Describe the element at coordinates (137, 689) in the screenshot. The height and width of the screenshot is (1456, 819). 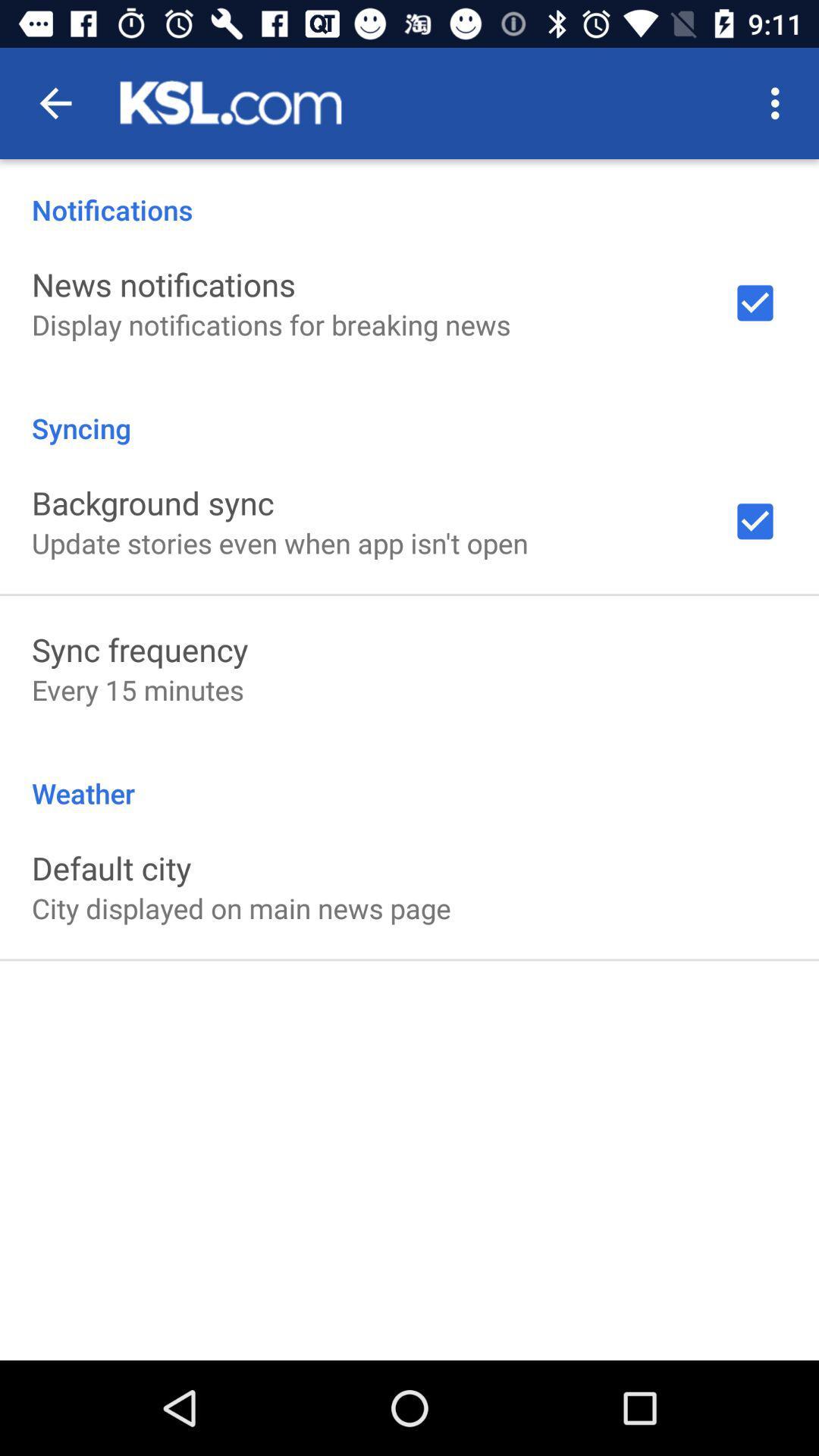
I see `the every 15 minutes` at that location.